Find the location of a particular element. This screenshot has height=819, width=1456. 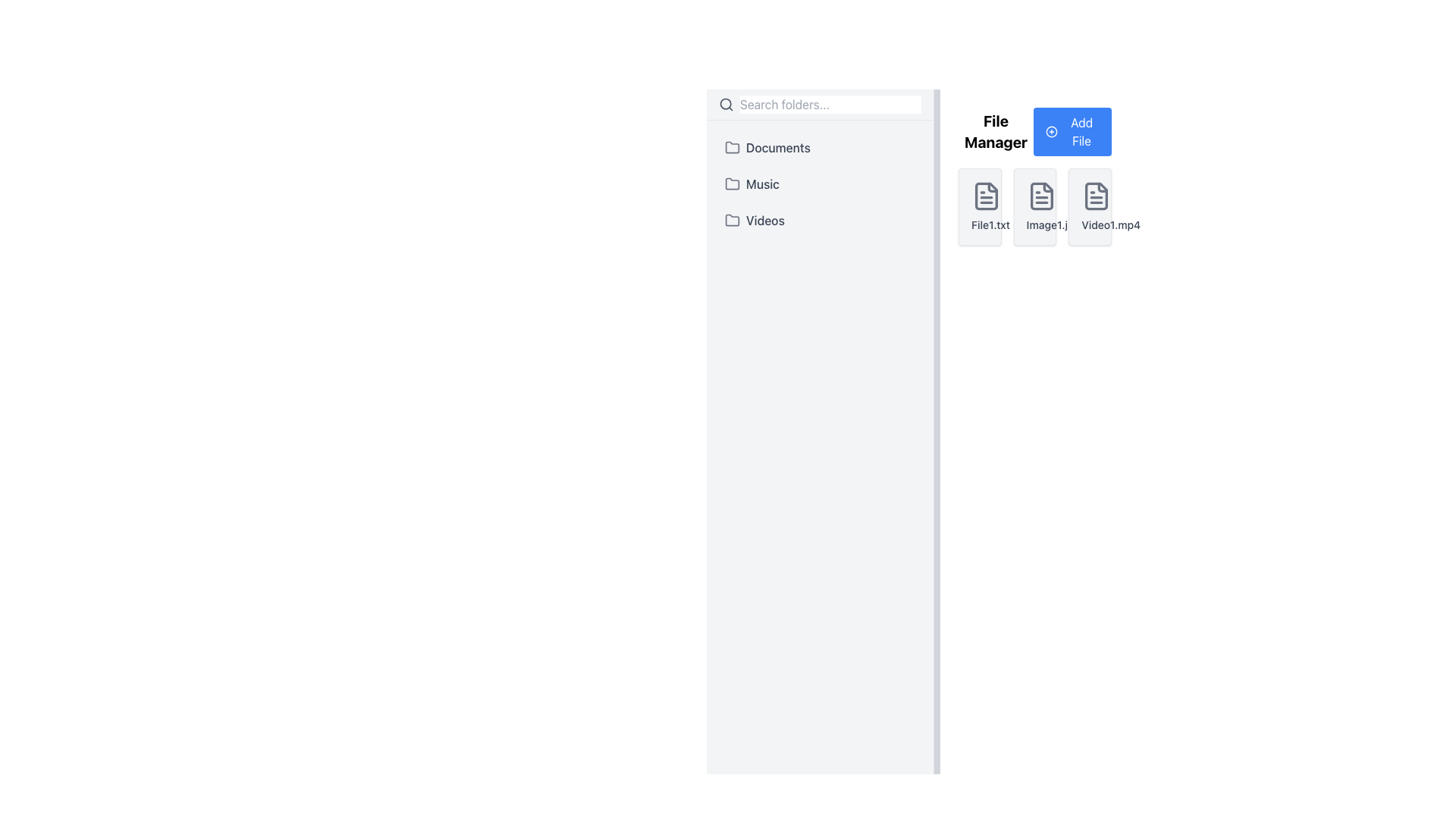

the circular part of the search icon located at the top left of the file manager interface, adjacent to the search input bar labeled 'Search folders...' is located at coordinates (725, 103).